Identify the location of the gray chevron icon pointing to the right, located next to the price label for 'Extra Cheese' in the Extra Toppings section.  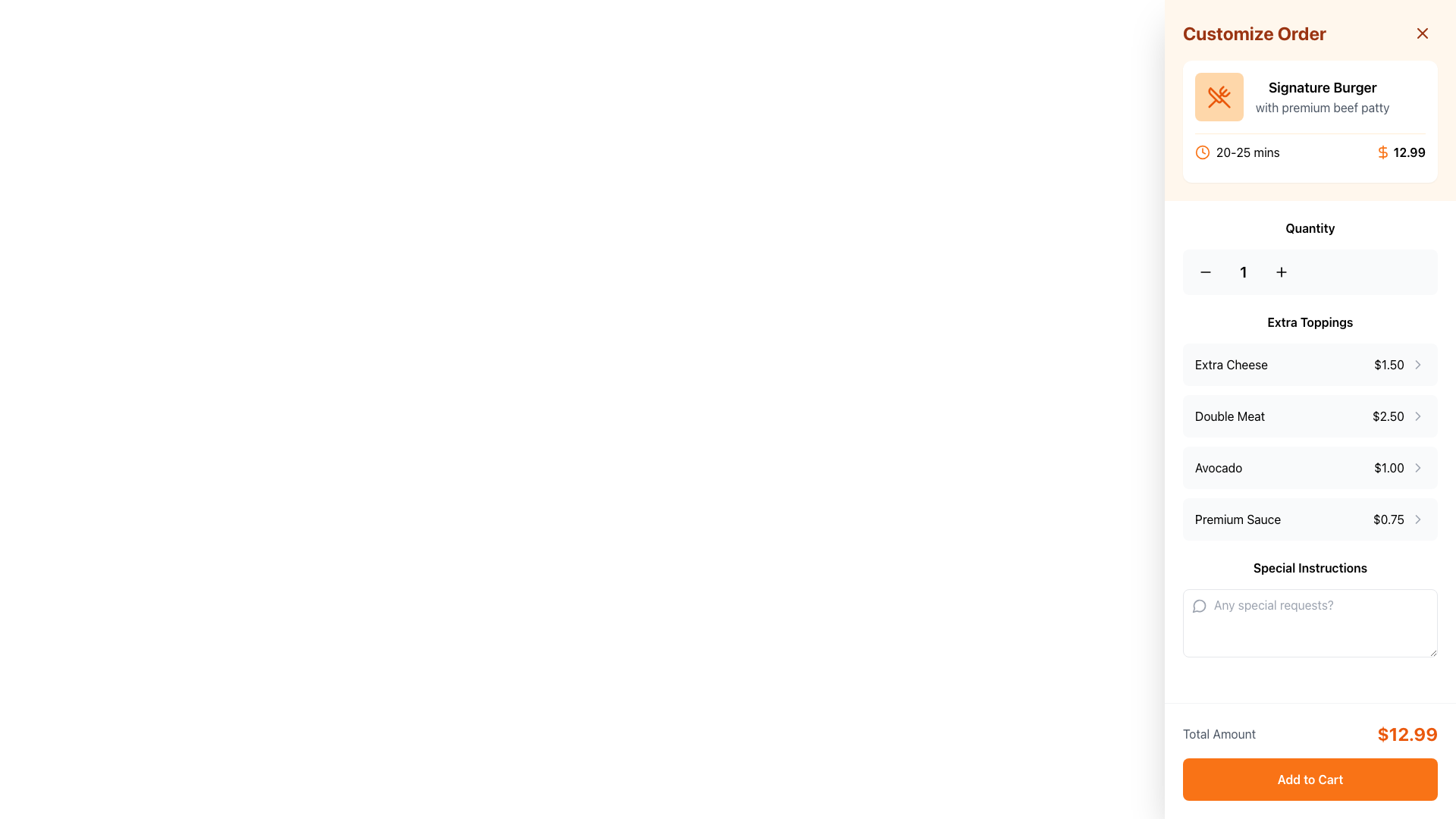
(1417, 365).